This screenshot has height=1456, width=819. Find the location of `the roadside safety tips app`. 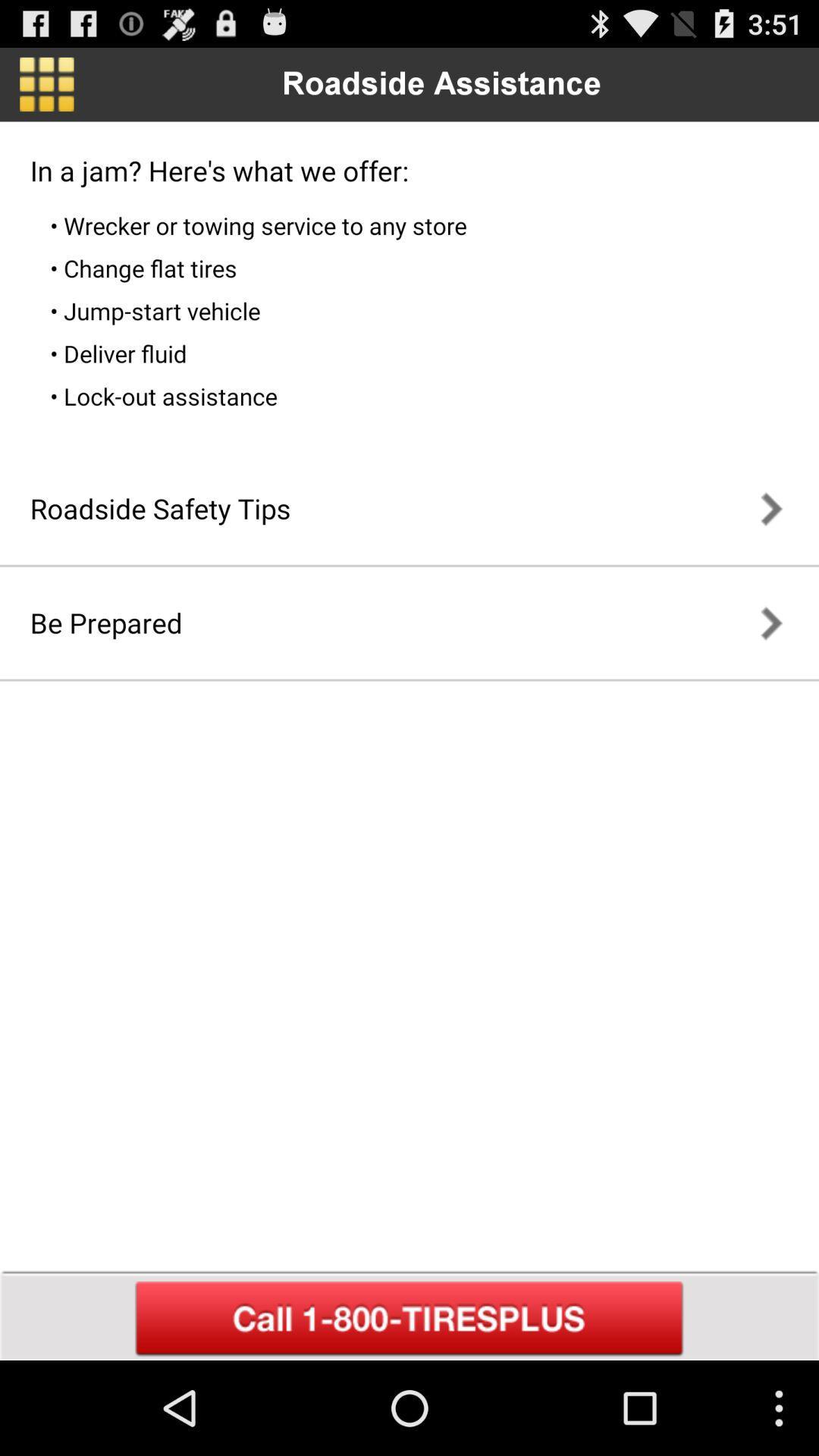

the roadside safety tips app is located at coordinates (160, 508).